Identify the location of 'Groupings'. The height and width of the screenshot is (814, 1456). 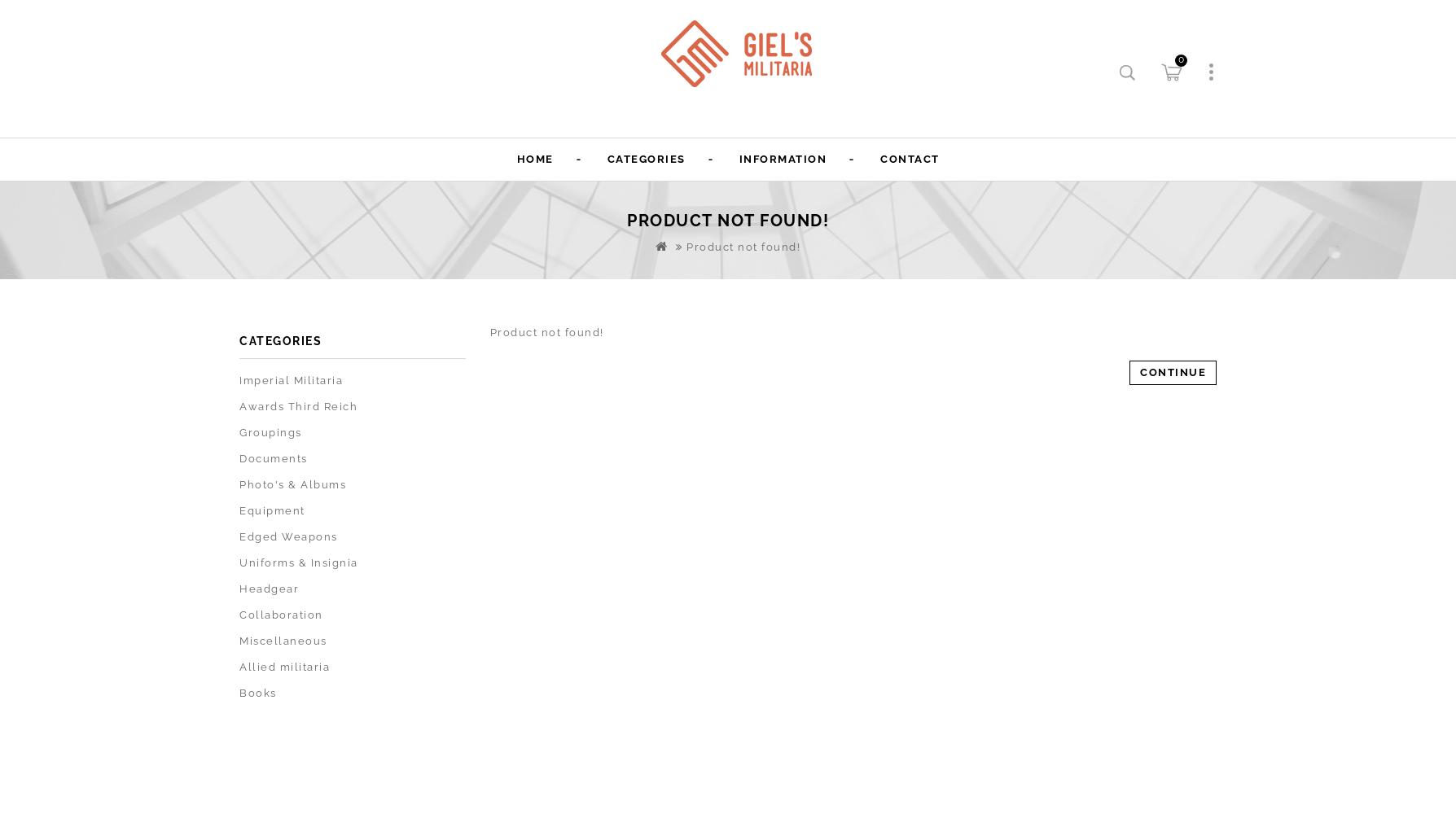
(270, 432).